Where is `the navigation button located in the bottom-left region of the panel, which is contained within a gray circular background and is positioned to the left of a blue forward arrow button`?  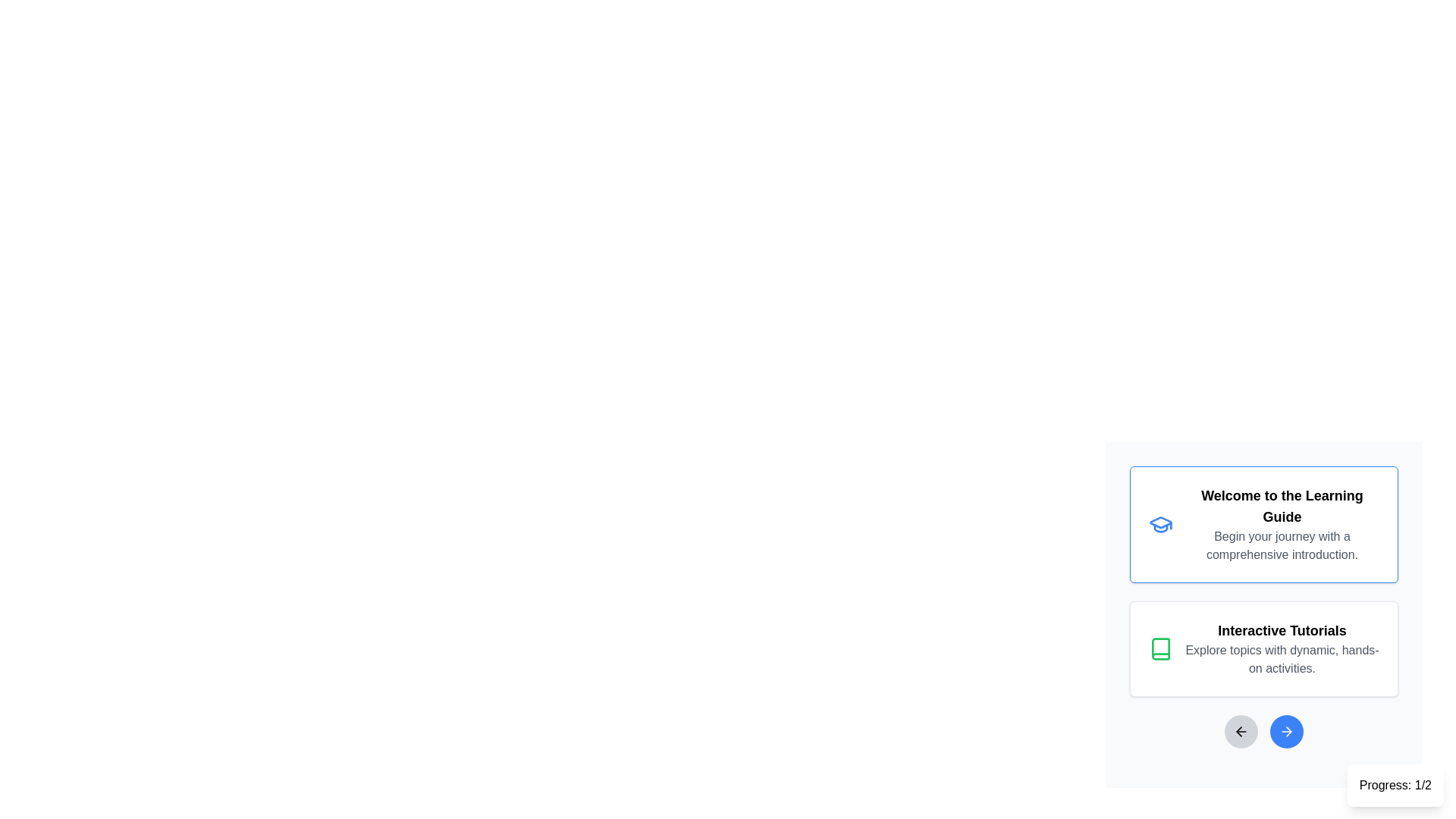 the navigation button located in the bottom-left region of the panel, which is contained within a gray circular background and is positioned to the left of a blue forward arrow button is located at coordinates (1241, 730).